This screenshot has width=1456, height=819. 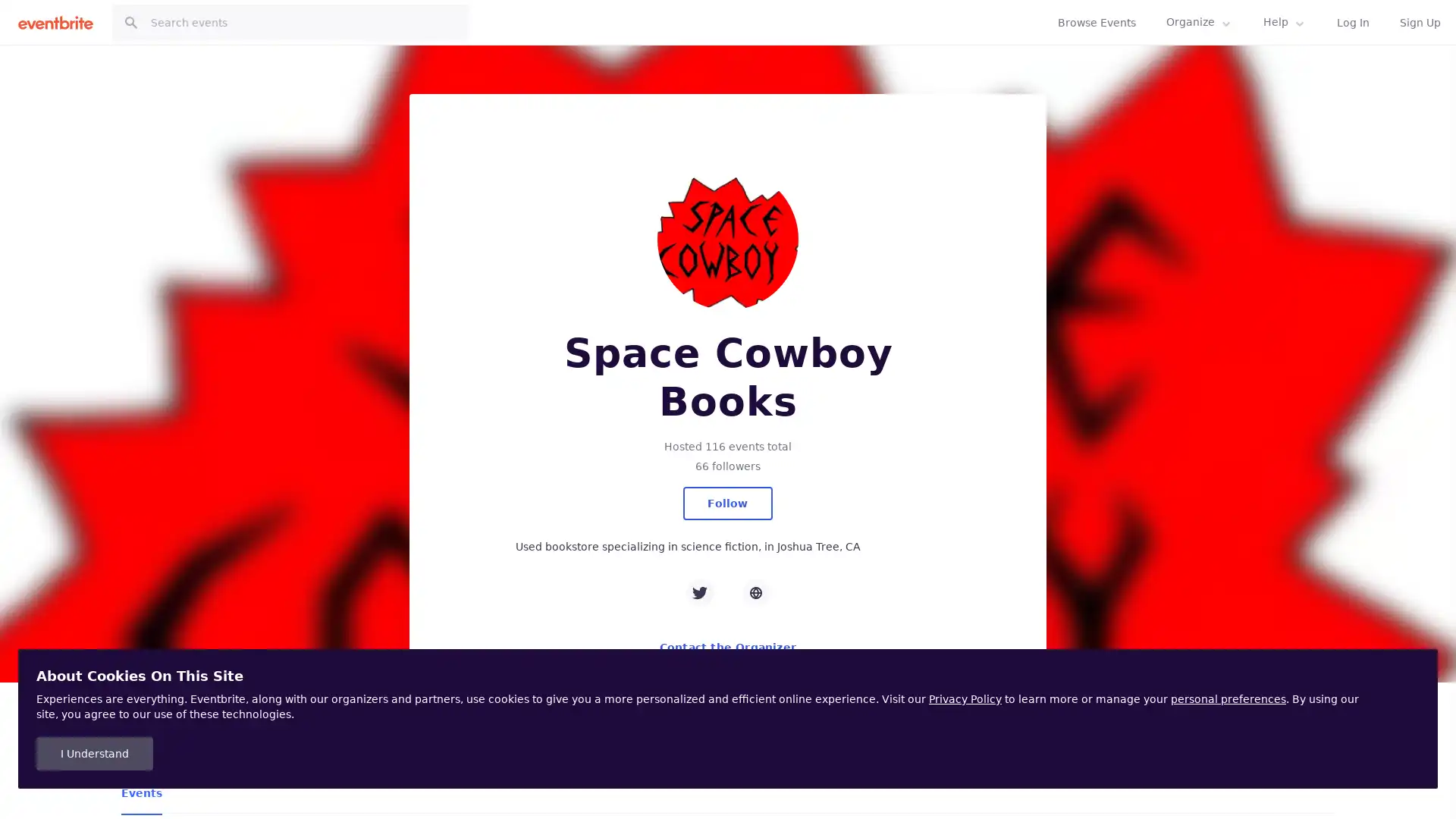 What do you see at coordinates (93, 754) in the screenshot?
I see `I Understand` at bounding box center [93, 754].